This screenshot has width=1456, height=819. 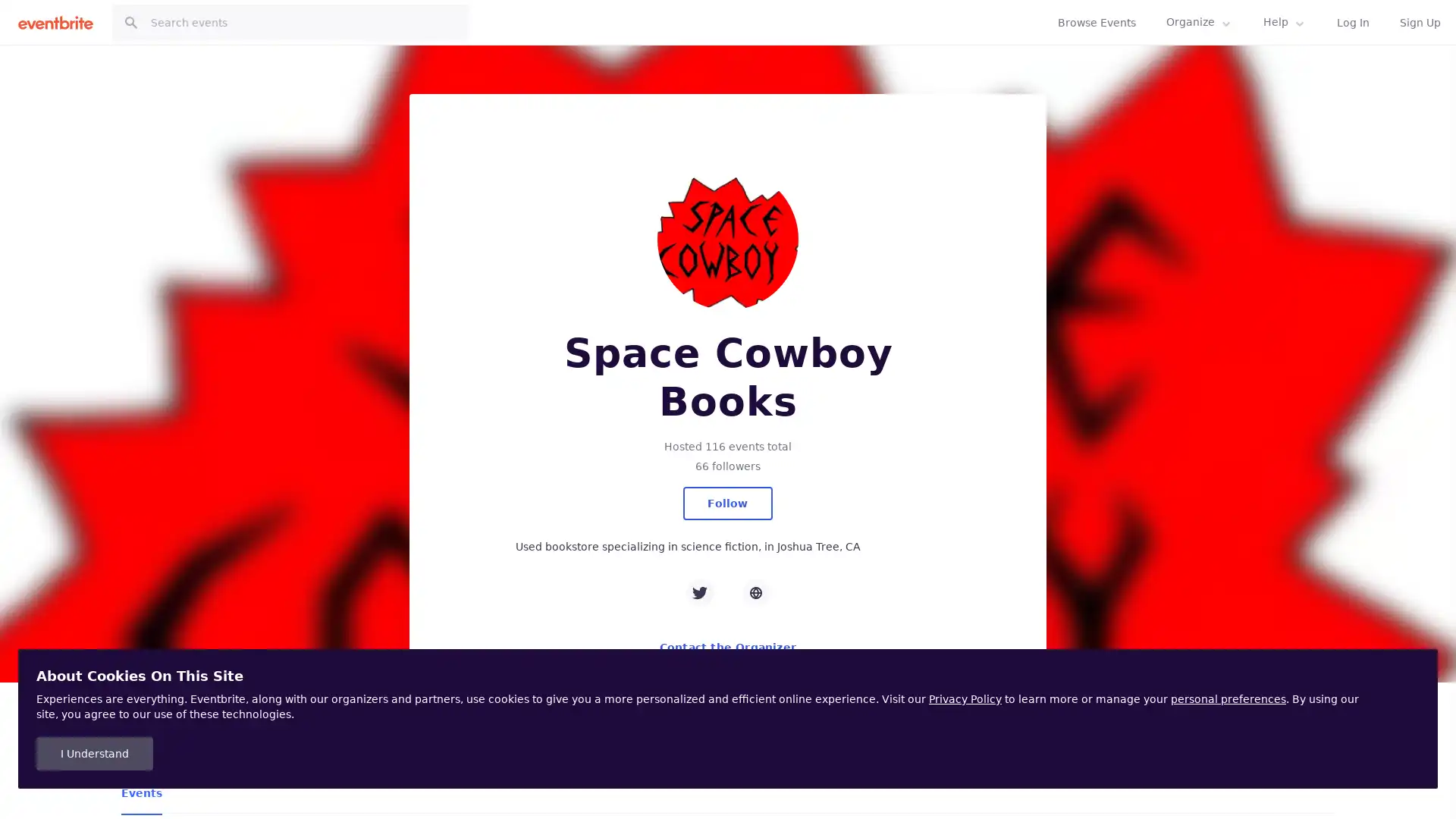 What do you see at coordinates (93, 754) in the screenshot?
I see `I Understand` at bounding box center [93, 754].